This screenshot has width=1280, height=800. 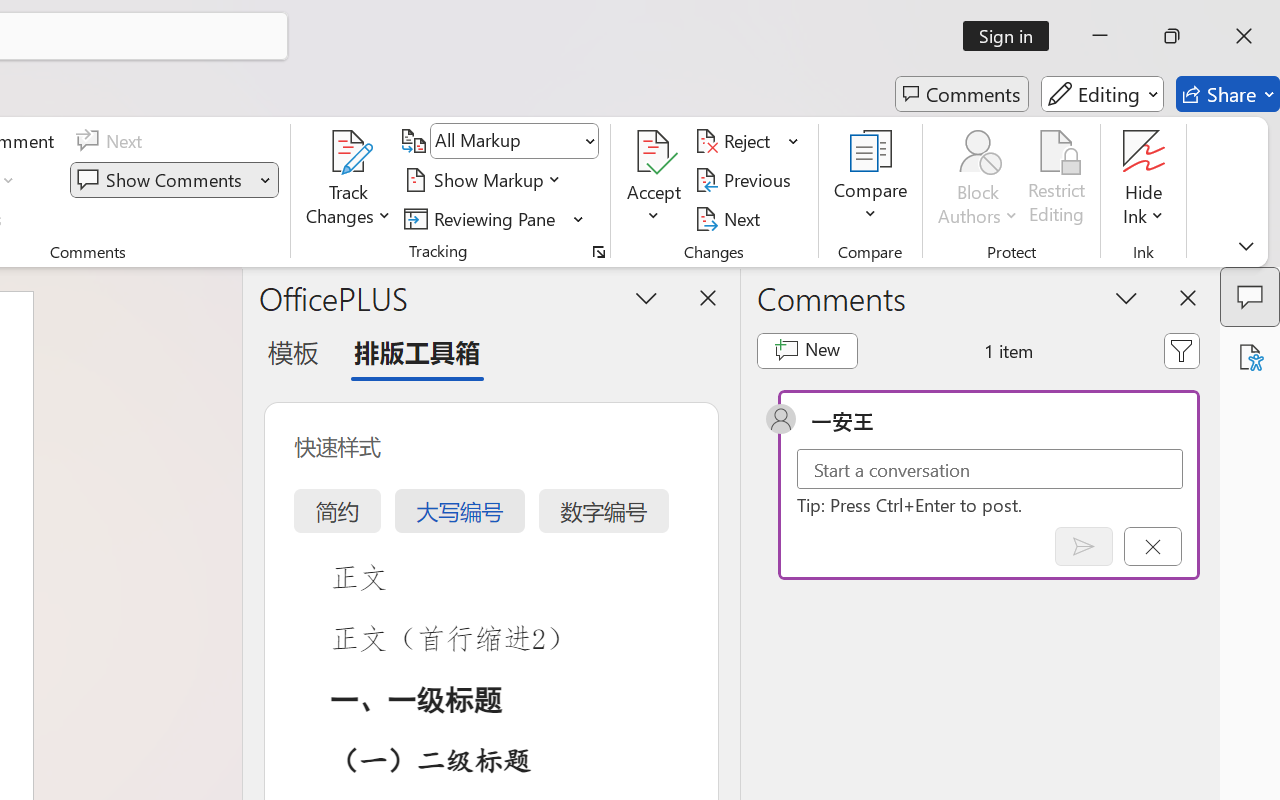 I want to click on 'Previous', so click(x=745, y=179).